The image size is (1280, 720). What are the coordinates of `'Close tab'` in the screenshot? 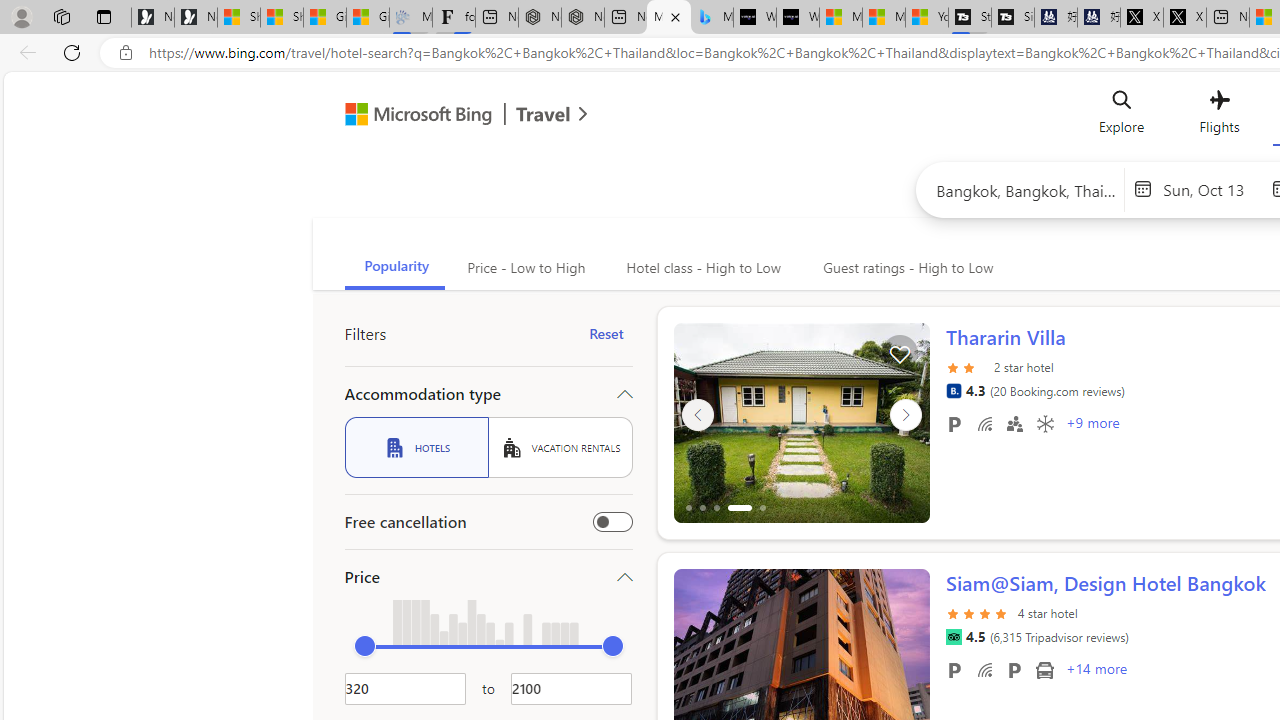 It's located at (675, 17).